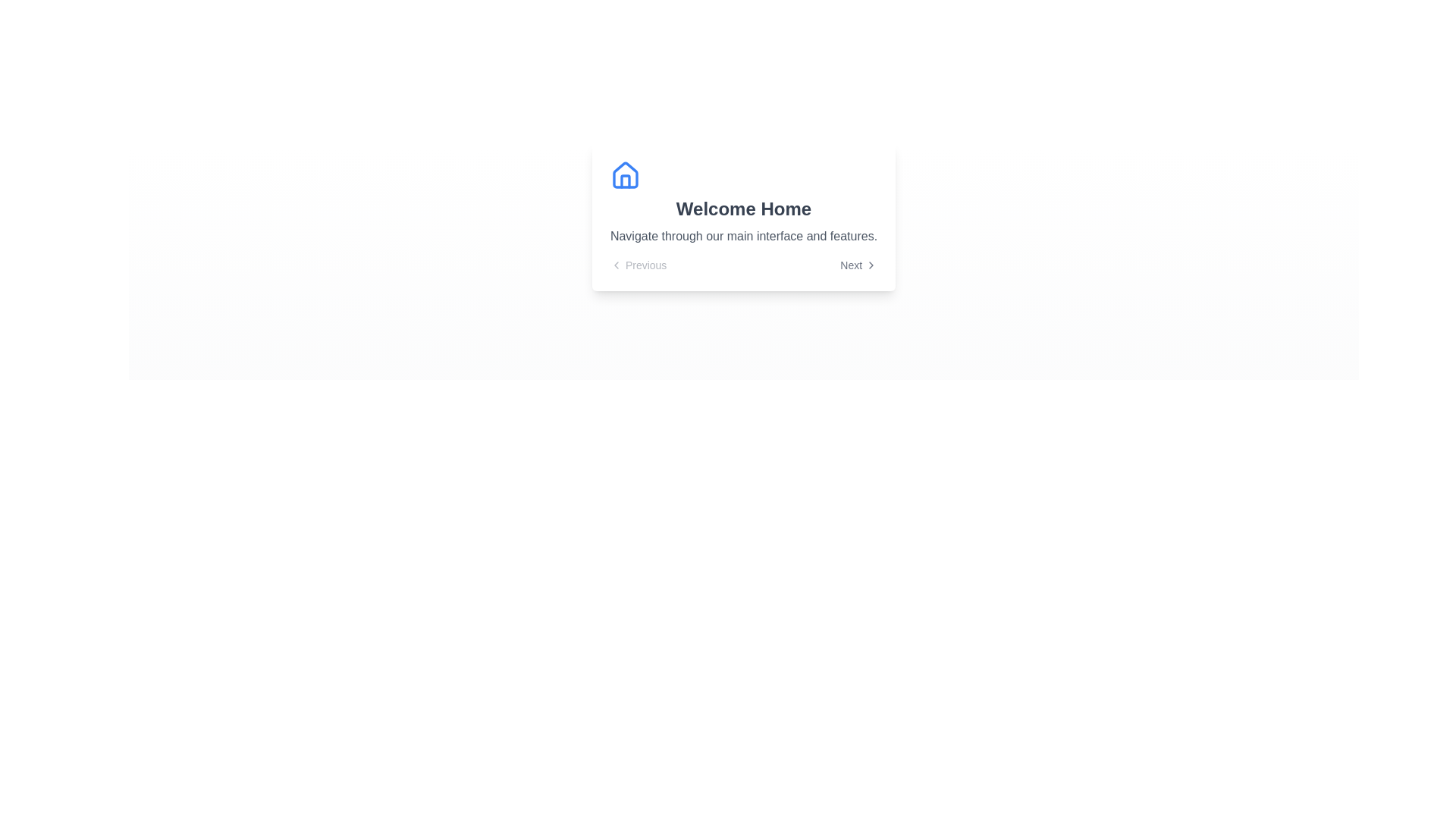 The height and width of the screenshot is (819, 1456). What do you see at coordinates (858, 265) in the screenshot?
I see `the 'Next' button, which is a text link styled with light gray font and a right-pointing chevron arrow, located at the bottom-right of its group` at bounding box center [858, 265].